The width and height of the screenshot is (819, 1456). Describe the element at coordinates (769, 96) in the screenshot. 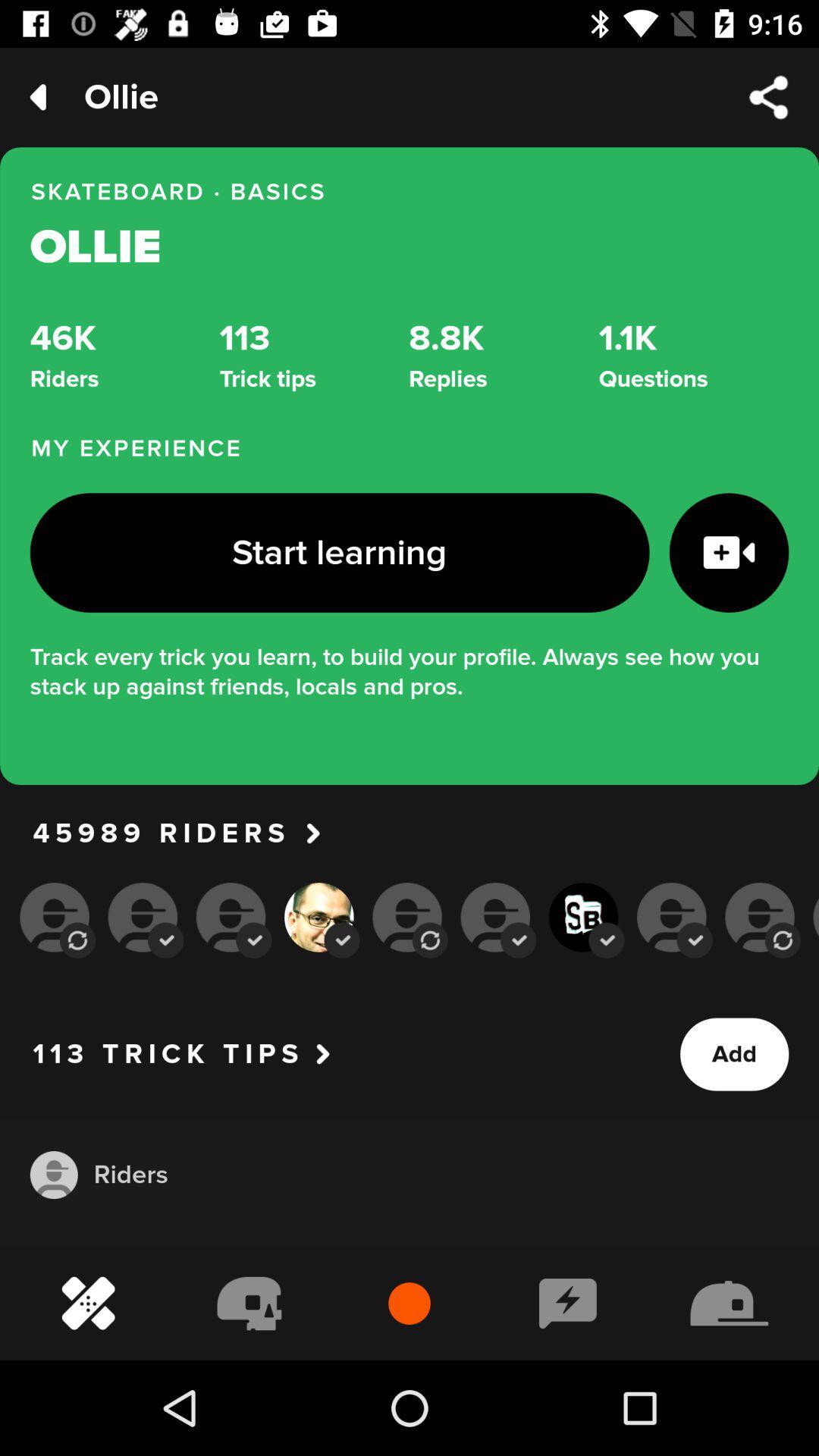

I see `the share icon` at that location.